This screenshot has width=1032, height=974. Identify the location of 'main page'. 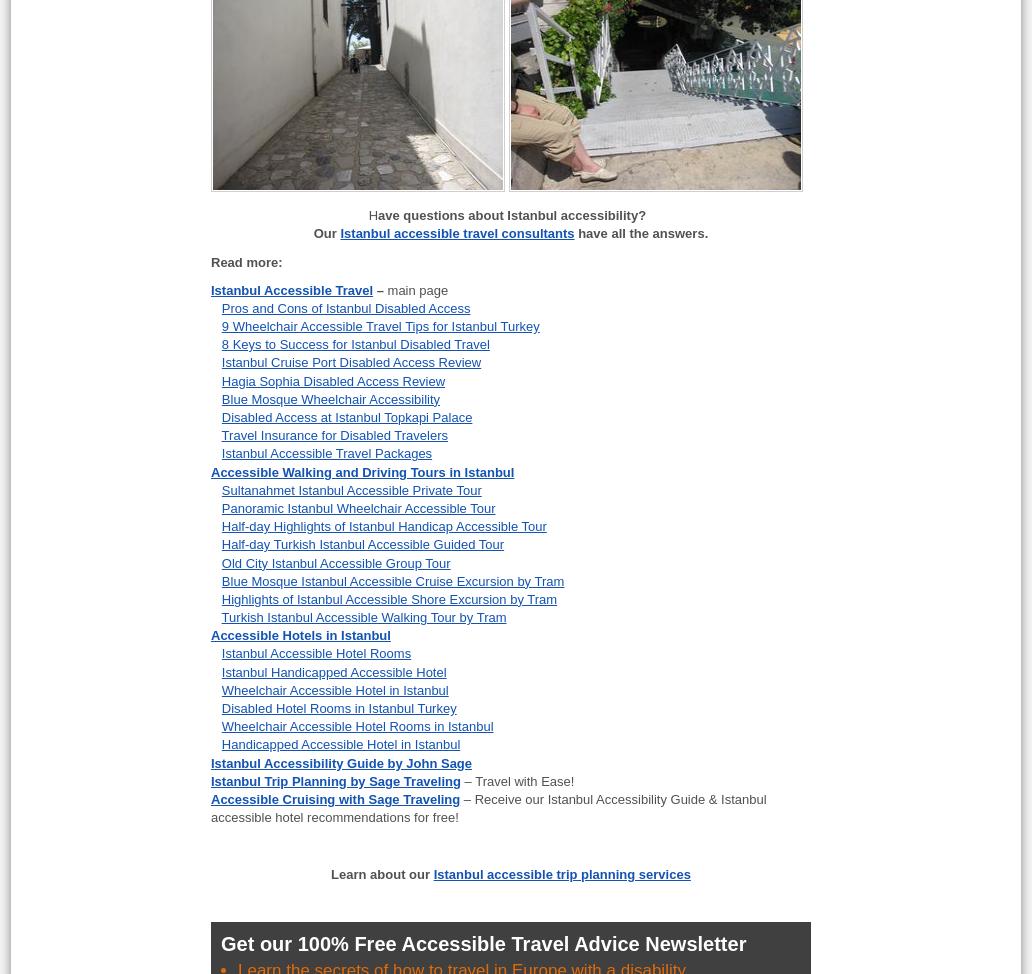
(417, 288).